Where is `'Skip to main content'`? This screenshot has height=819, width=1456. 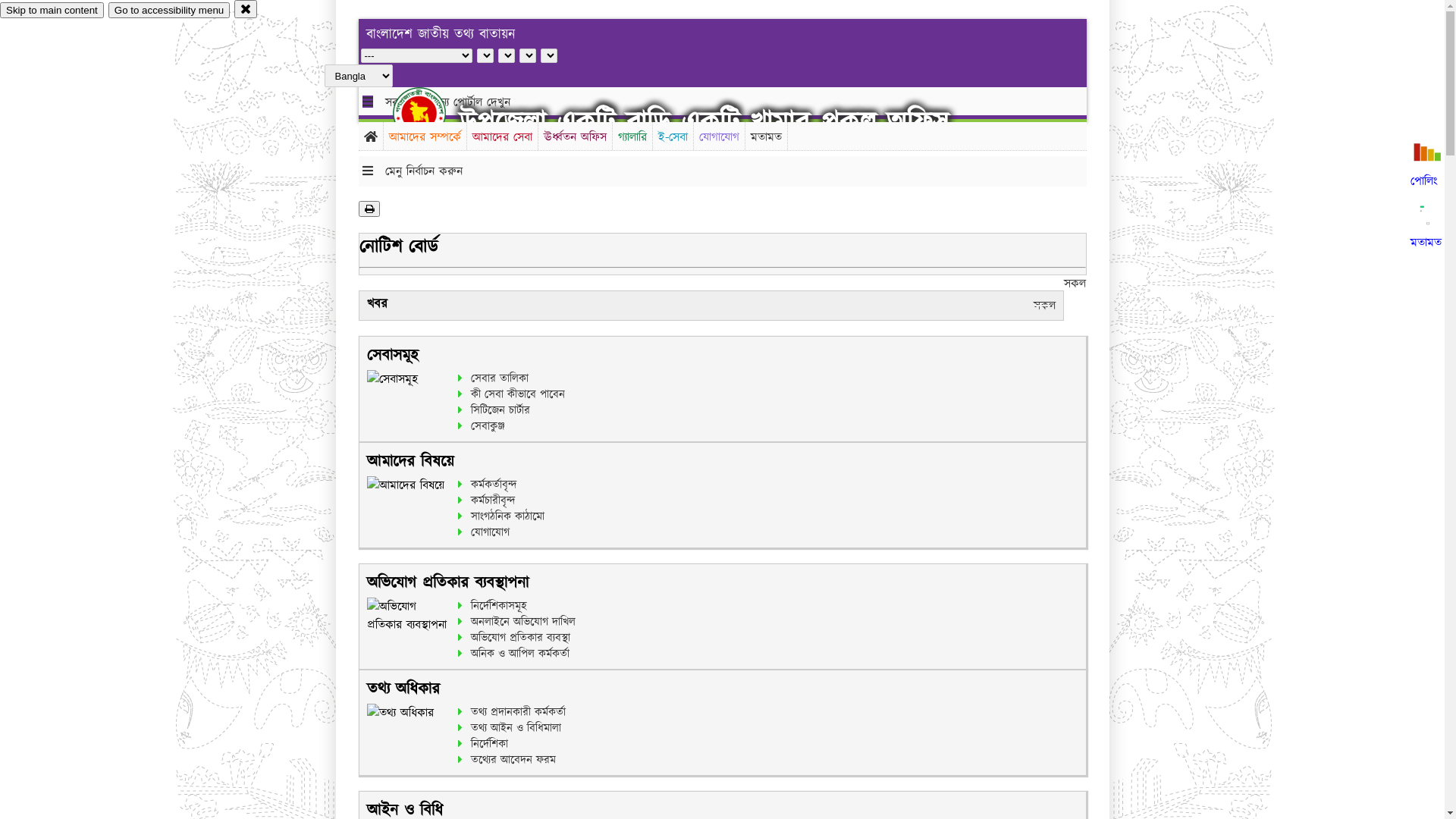 'Skip to main content' is located at coordinates (52, 10).